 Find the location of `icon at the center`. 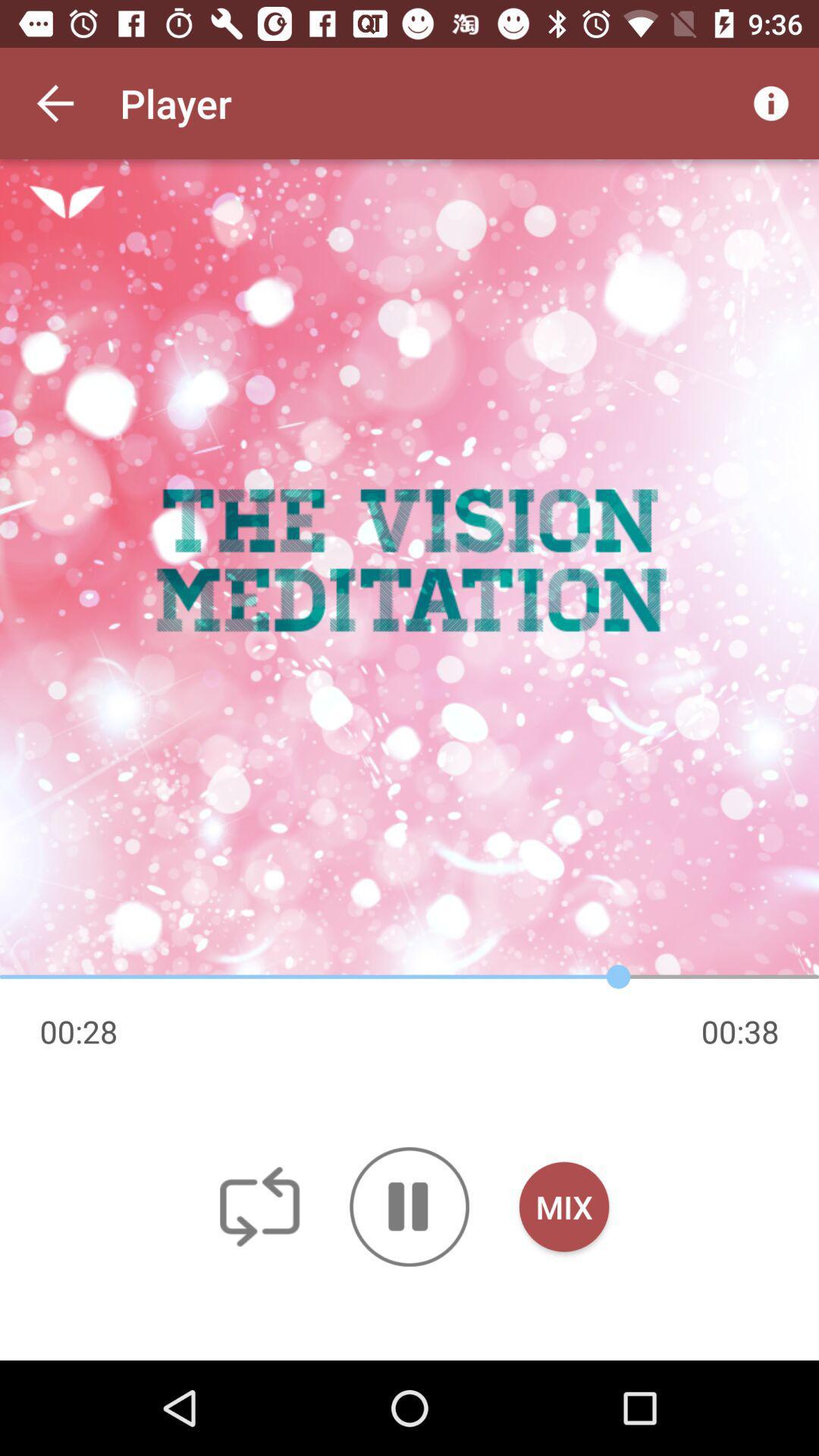

icon at the center is located at coordinates (409, 567).